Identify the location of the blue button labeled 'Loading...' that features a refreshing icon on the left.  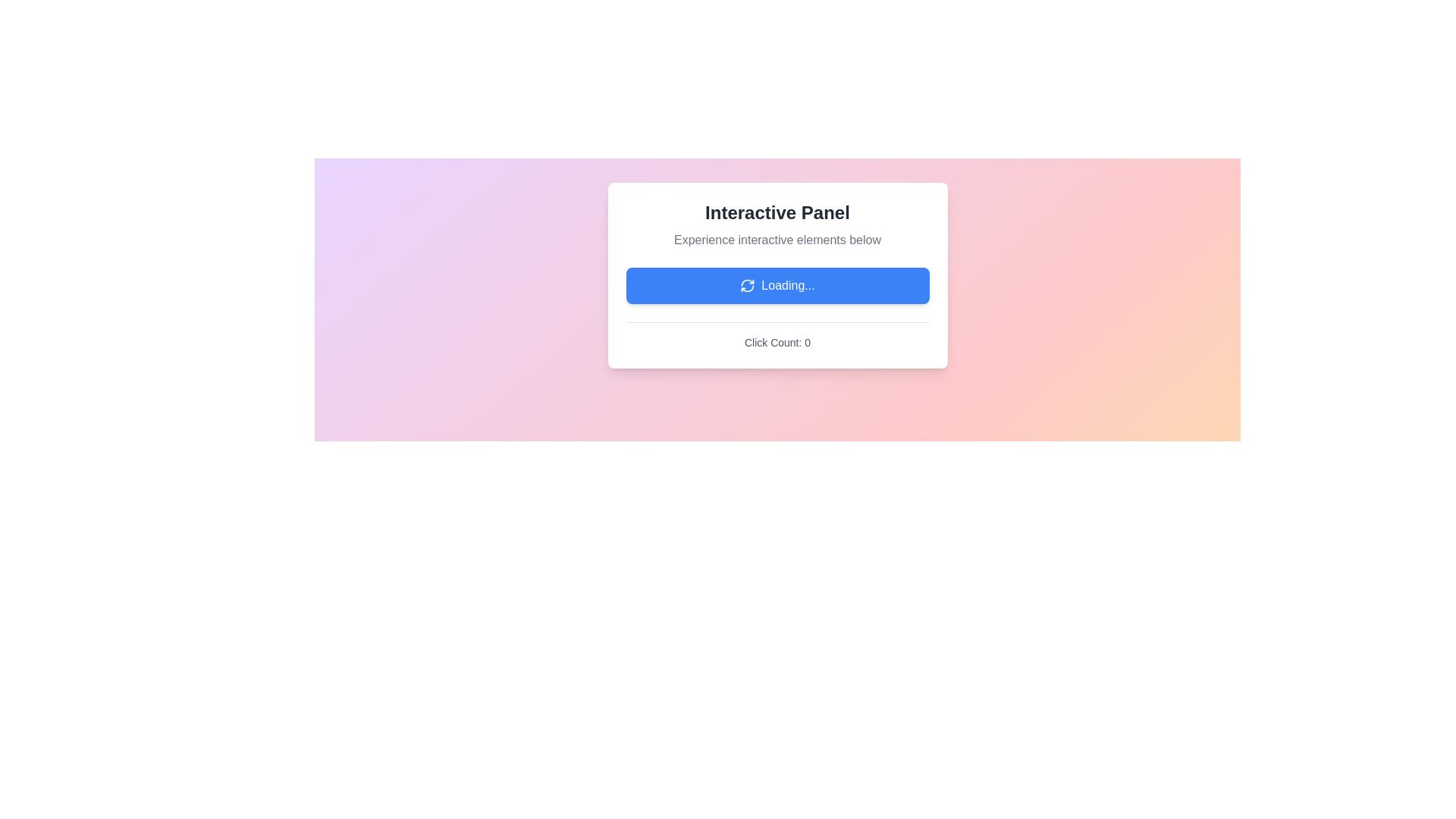
(777, 286).